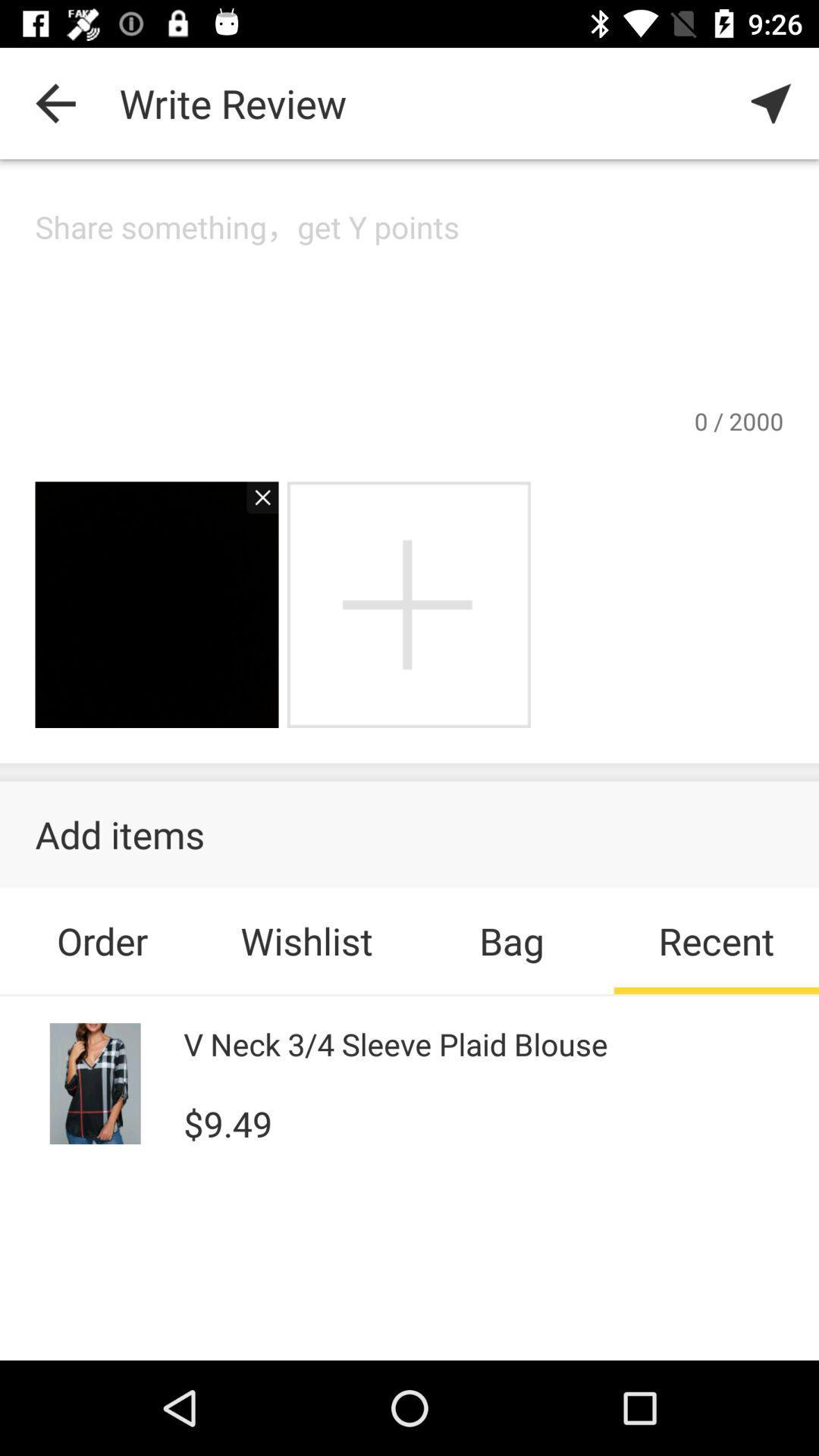 The width and height of the screenshot is (819, 1456). I want to click on cursor in box, so click(409, 304).